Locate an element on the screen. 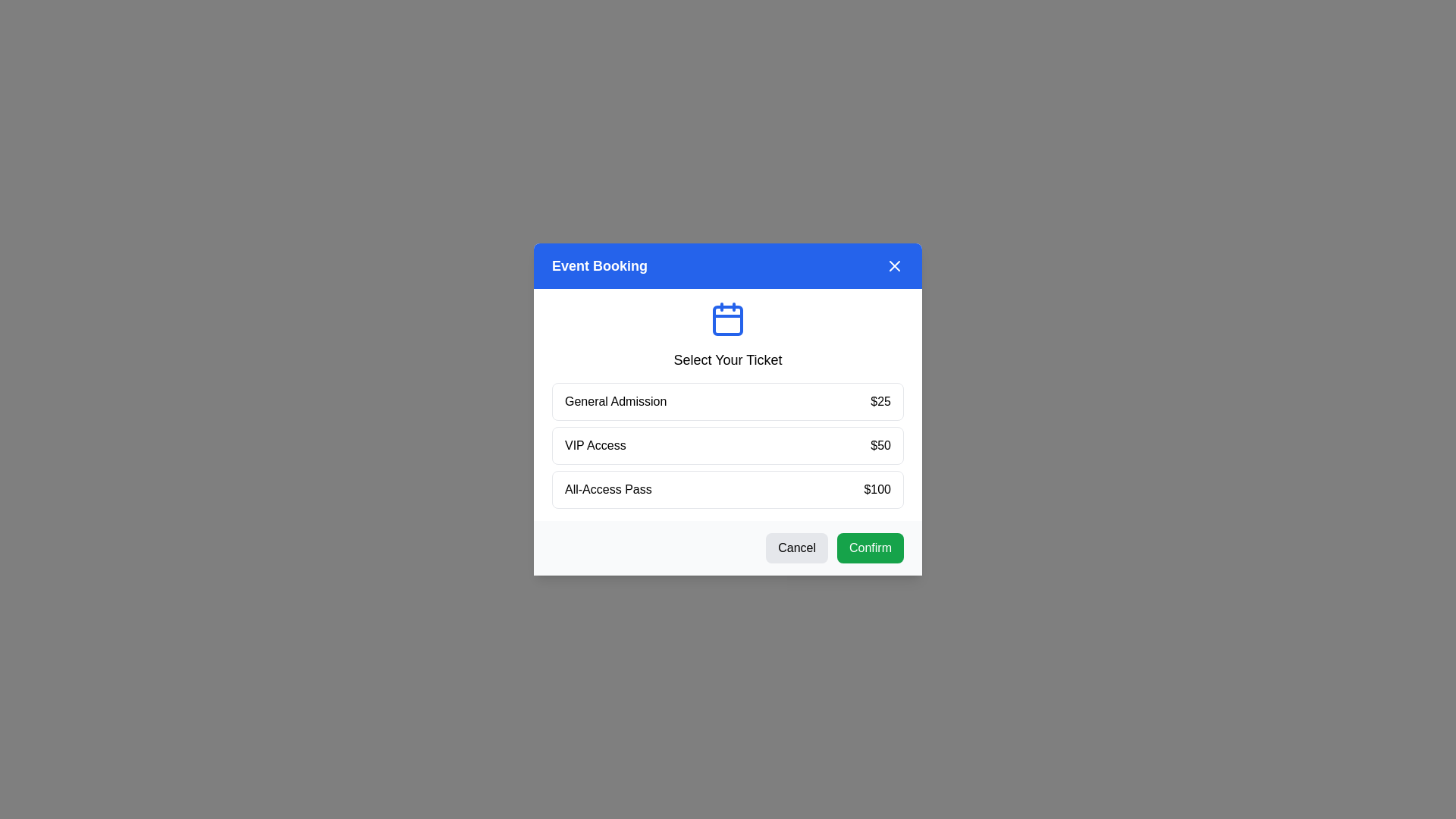 This screenshot has width=1456, height=819. the text label 'Select Your Ticket' located in the upper-middle portion of the event booking panel, which is positioned just below the calendar icon and above the ticket list section is located at coordinates (728, 359).